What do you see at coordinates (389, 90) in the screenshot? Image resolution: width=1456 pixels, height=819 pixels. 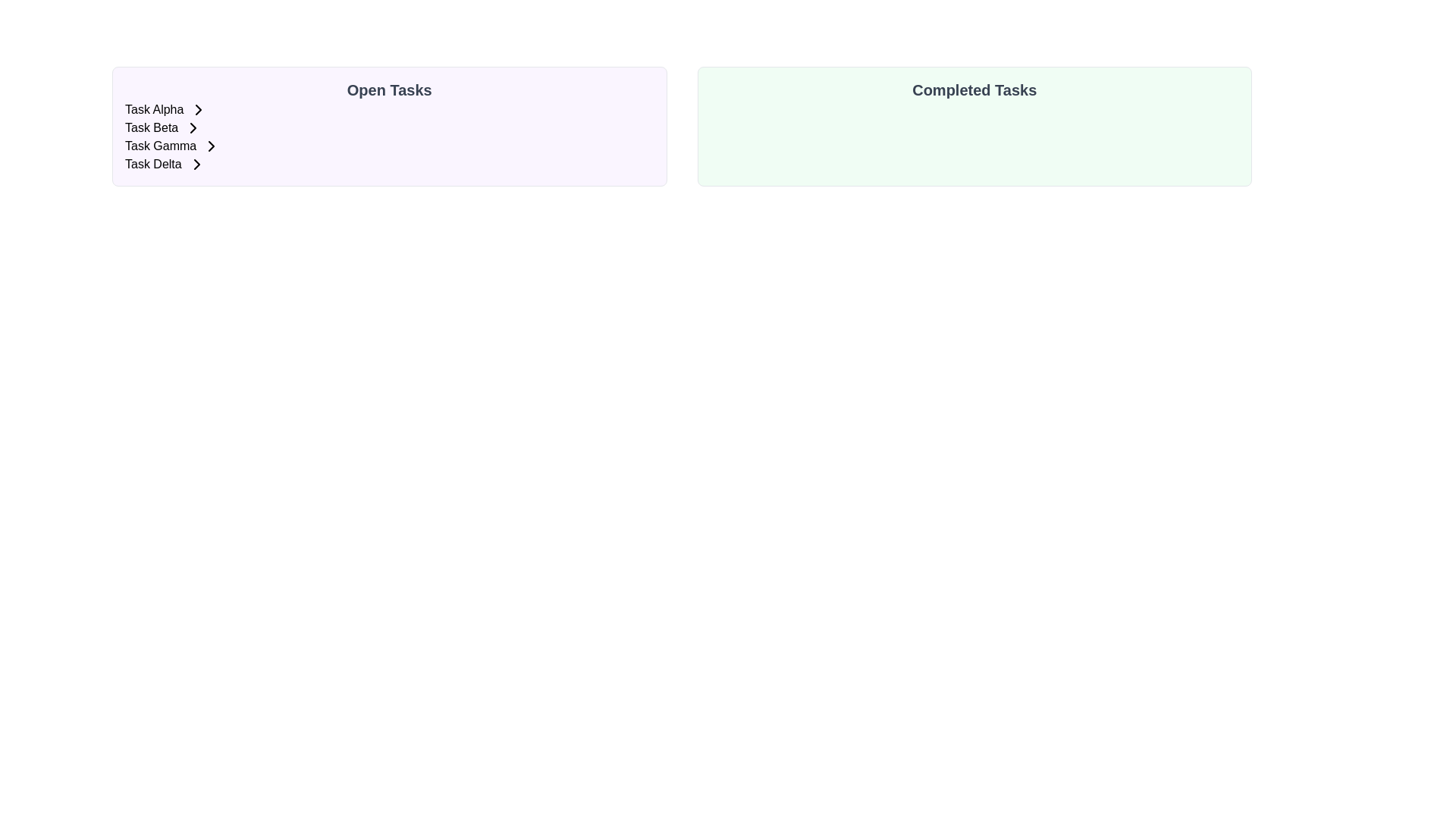 I see `the 'Open Tasks' header to inspect its contents` at bounding box center [389, 90].